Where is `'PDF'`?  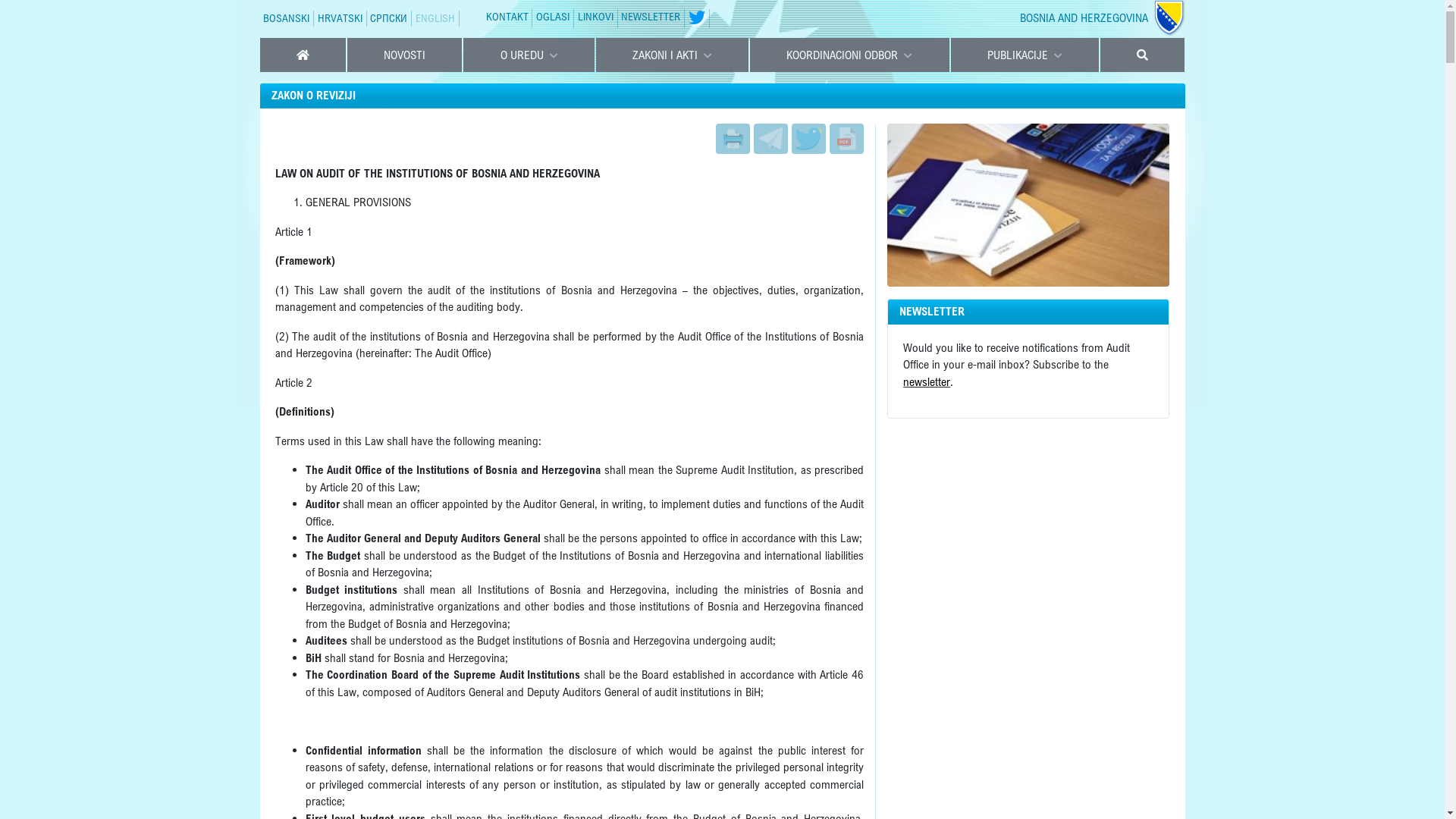
'PDF' is located at coordinates (846, 137).